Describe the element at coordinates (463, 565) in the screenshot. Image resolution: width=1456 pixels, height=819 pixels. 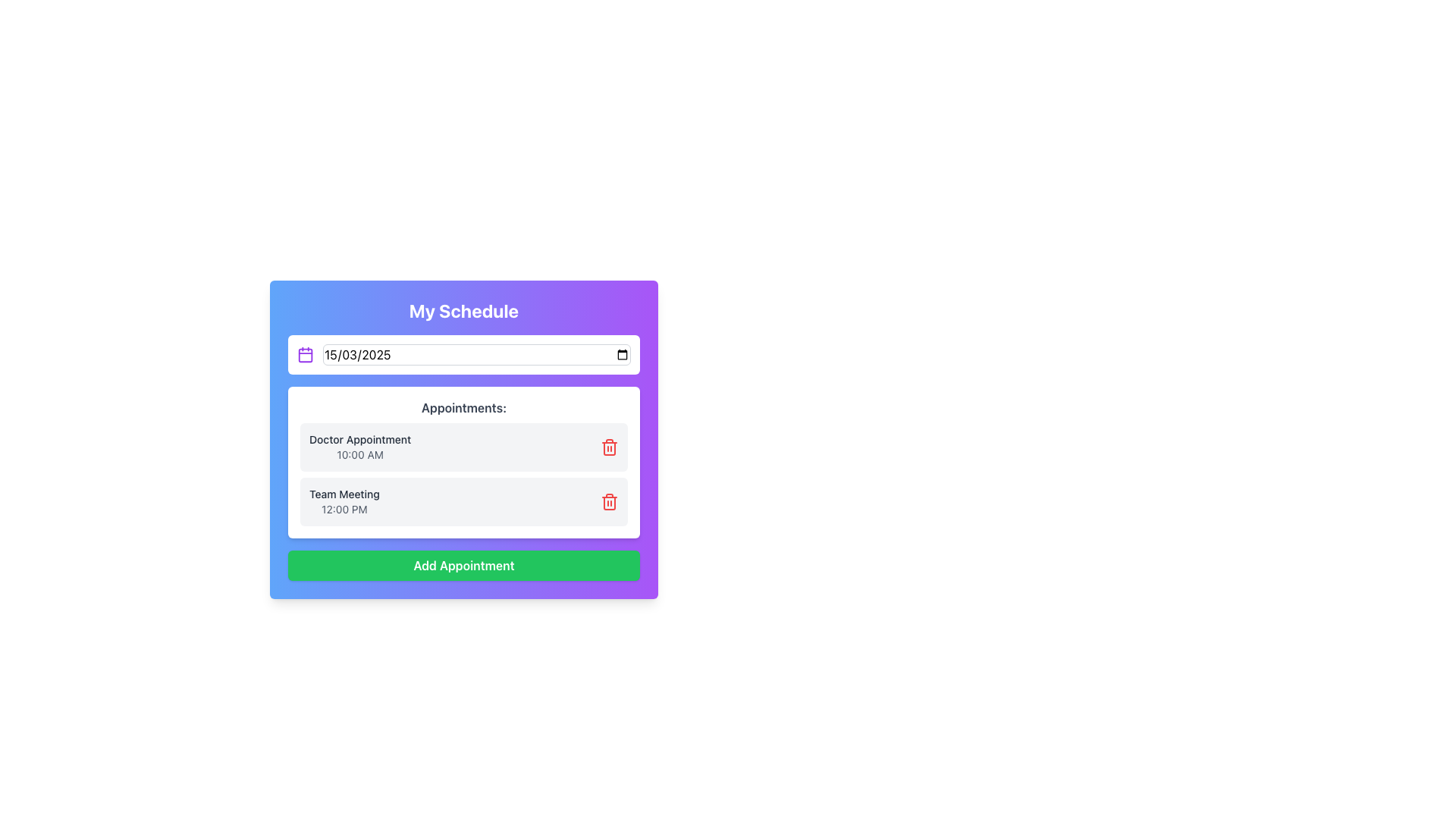
I see `the green 'Add Appointment' button at the bottom of the scheduling section` at that location.